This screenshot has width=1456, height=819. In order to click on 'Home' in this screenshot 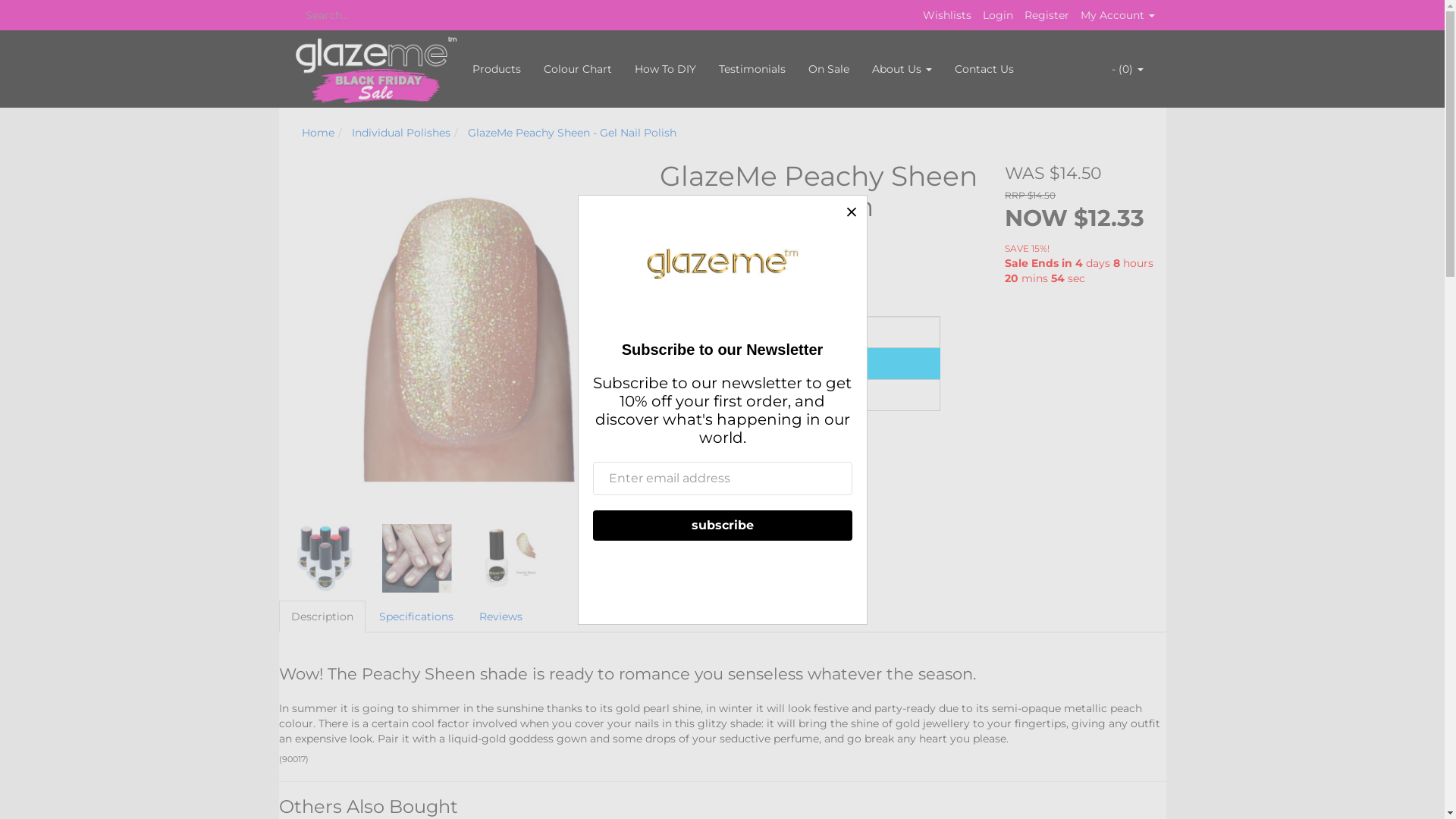, I will do `click(317, 131)`.